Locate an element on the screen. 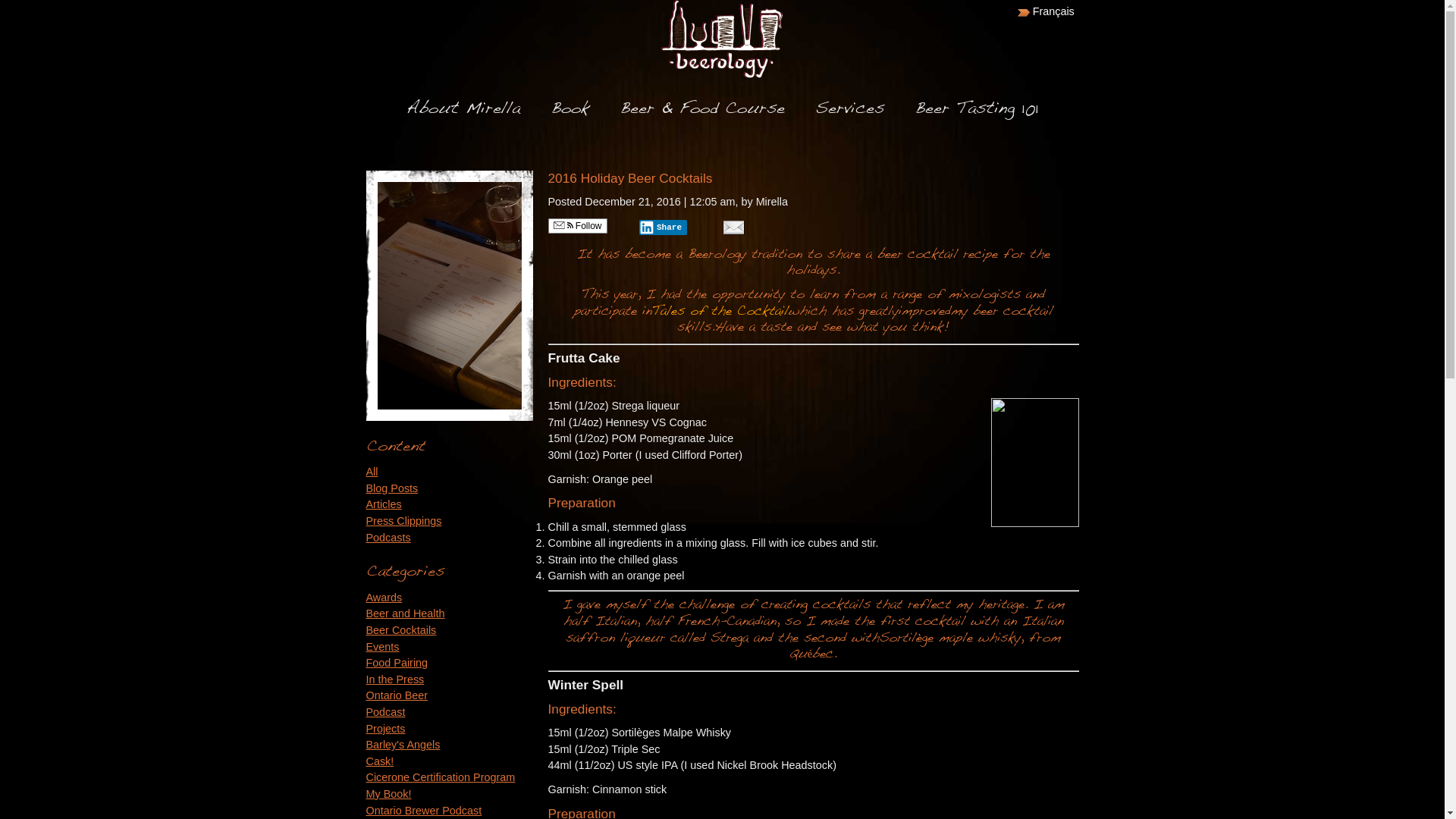  'Articles' is located at coordinates (365, 504).